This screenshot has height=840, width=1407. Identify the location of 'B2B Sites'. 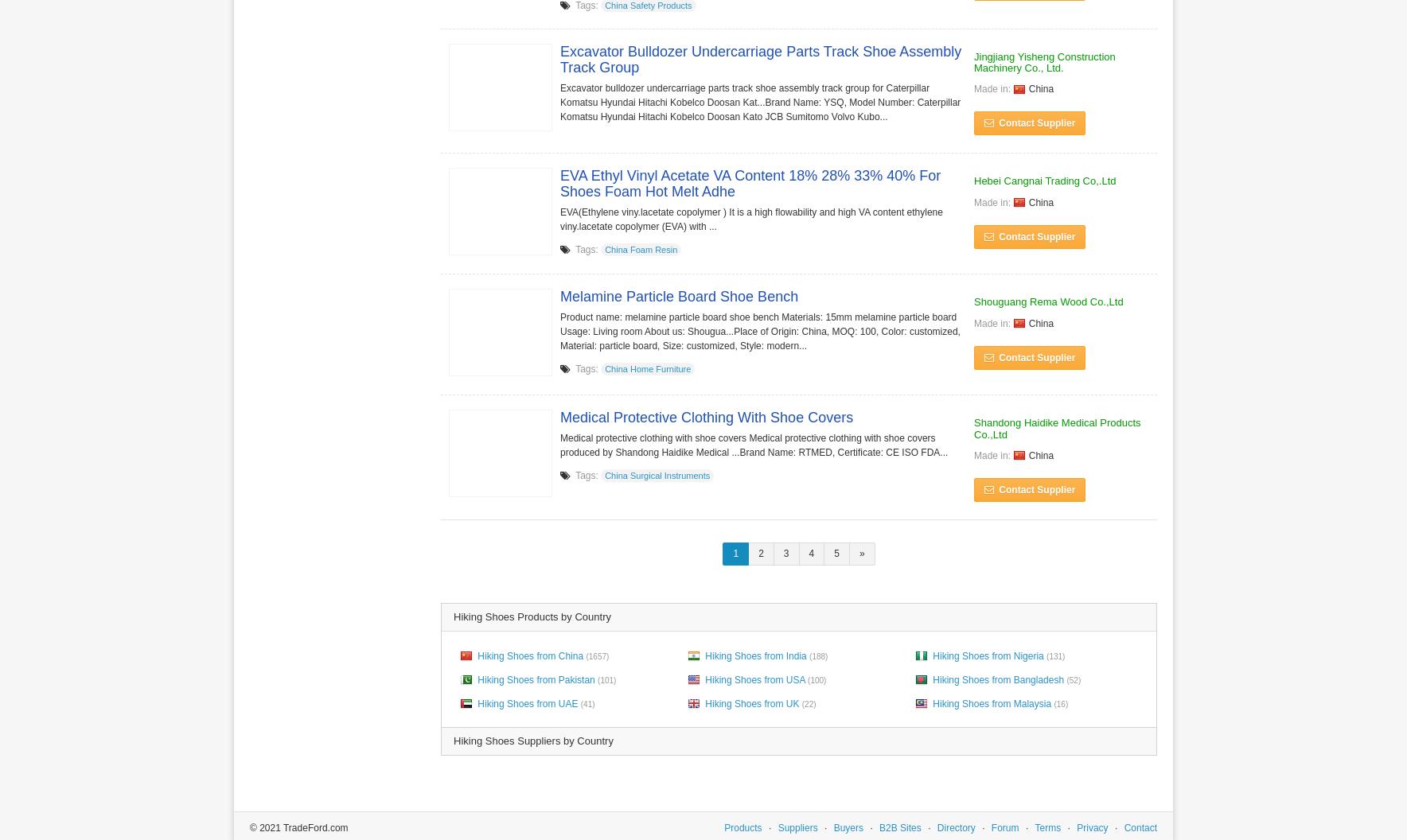
(899, 826).